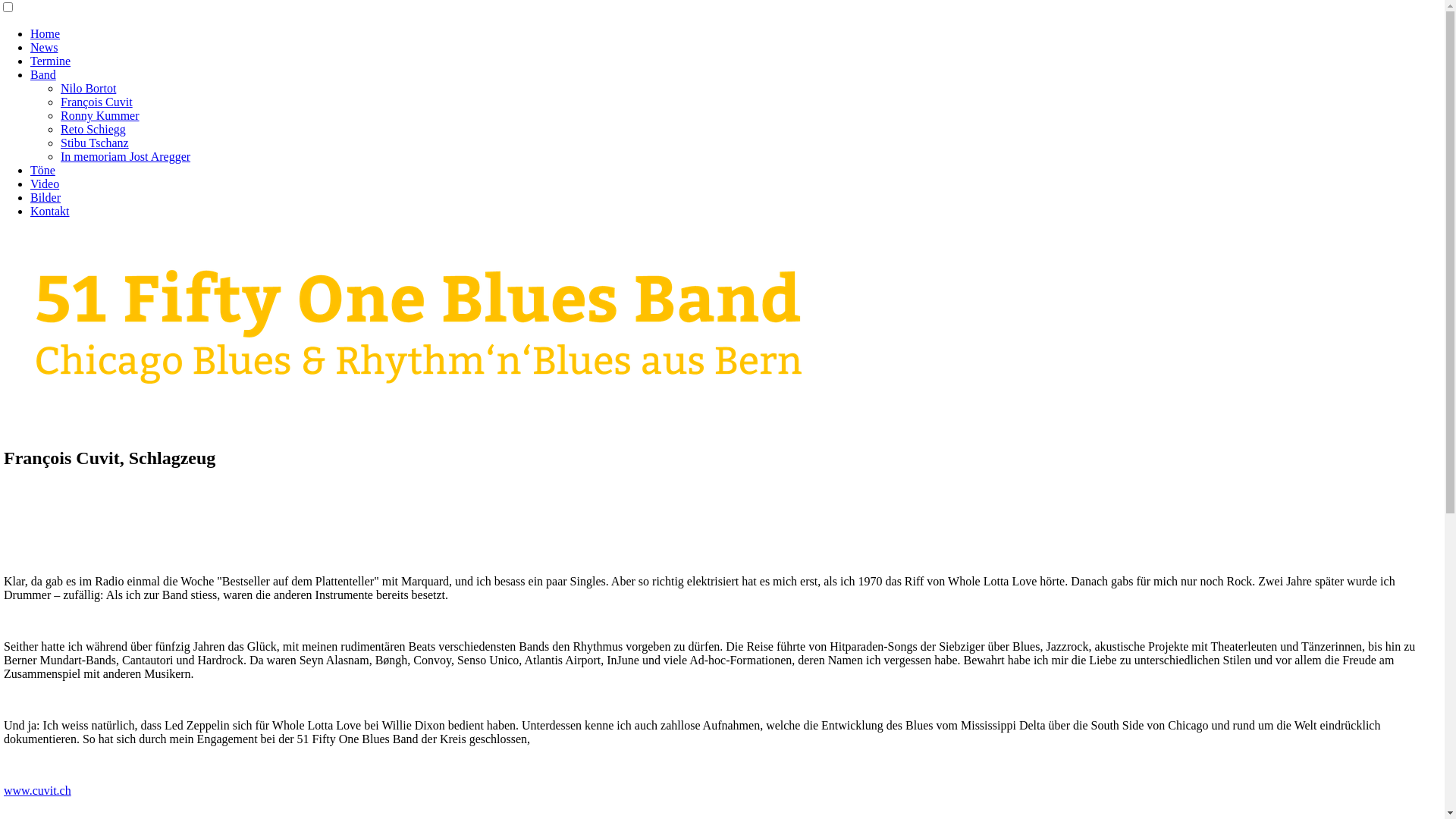  Describe the element at coordinates (37, 789) in the screenshot. I see `'www.cuvit.ch'` at that location.